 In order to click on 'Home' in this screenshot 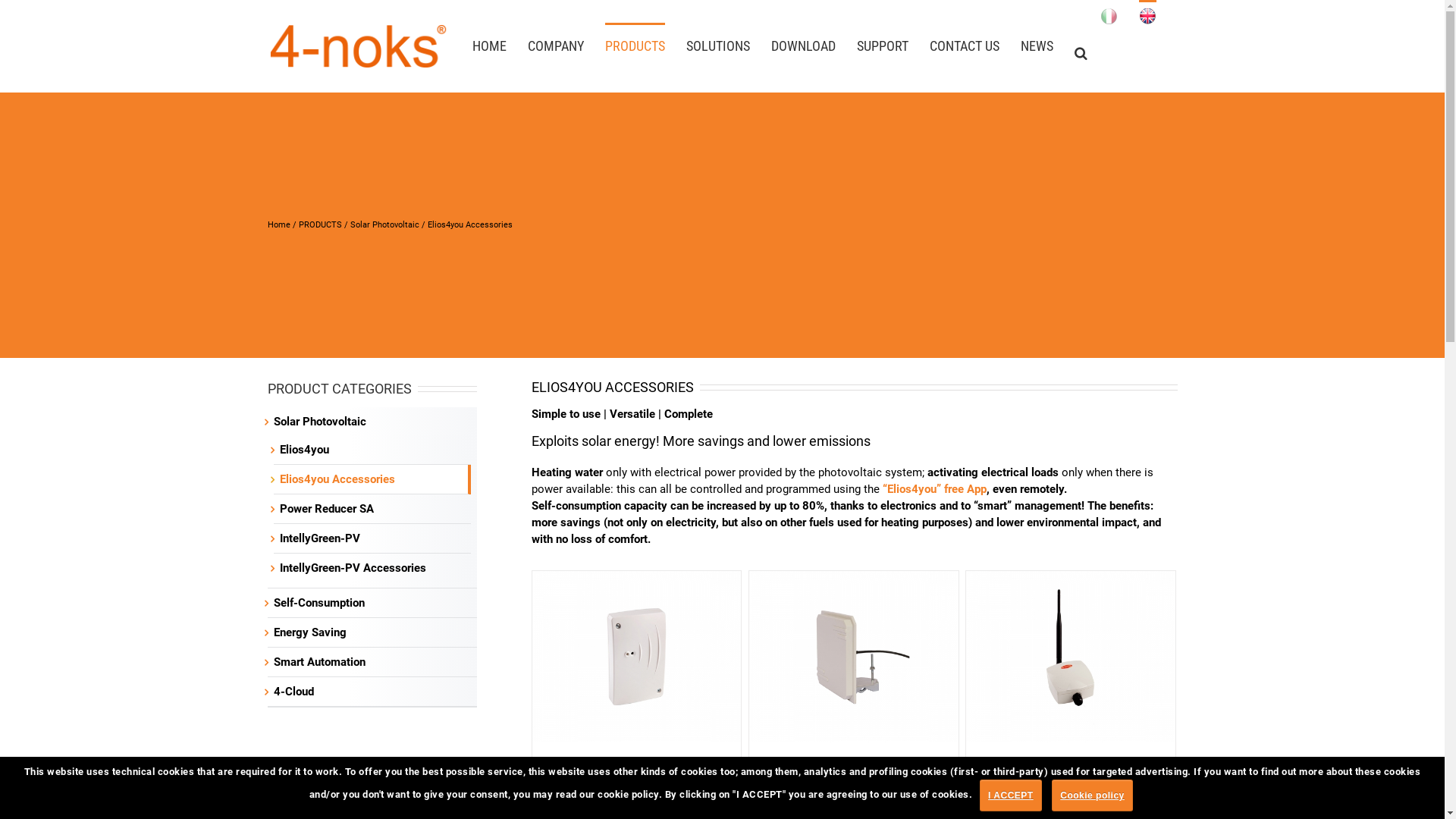, I will do `click(278, 224)`.